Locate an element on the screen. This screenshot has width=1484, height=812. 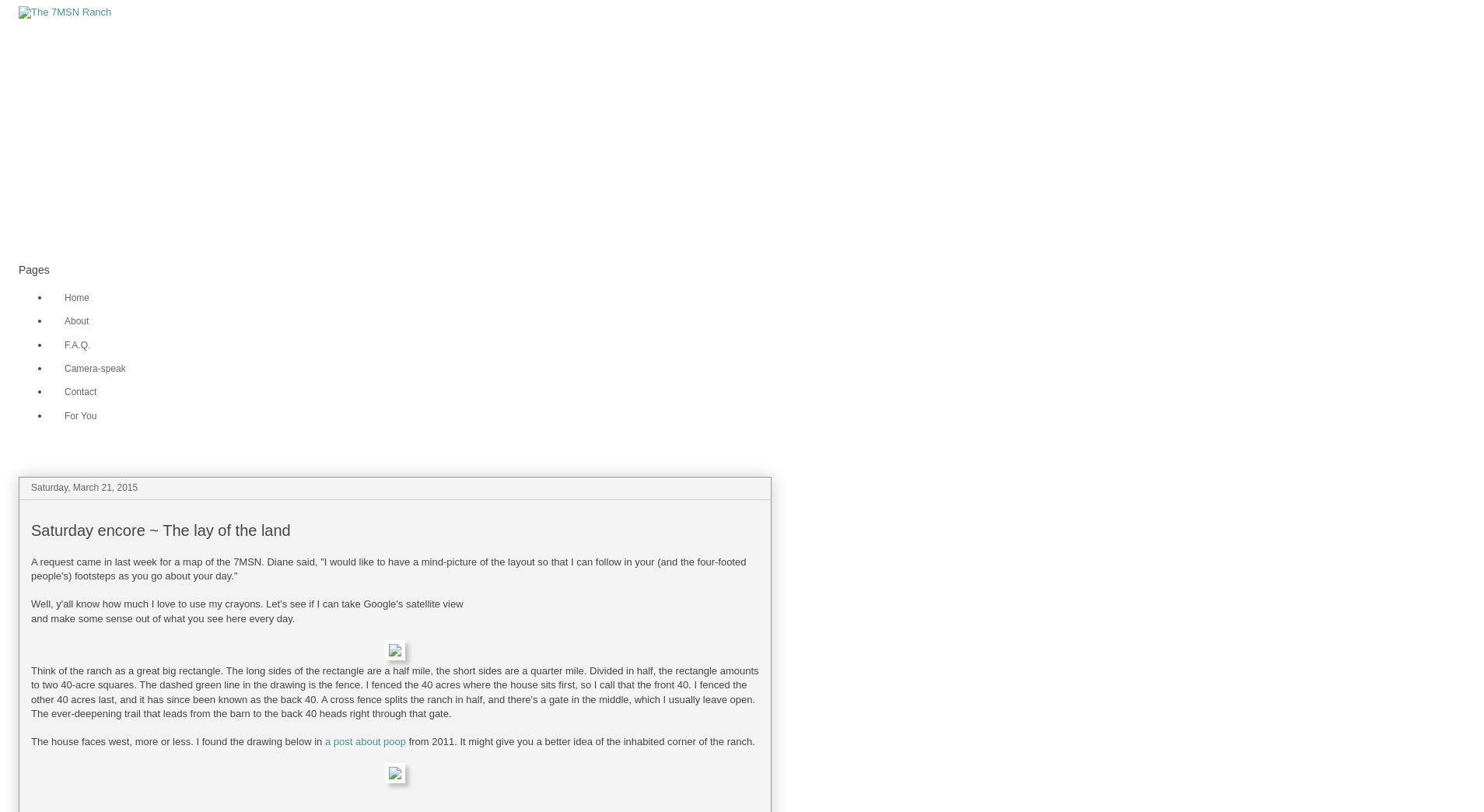
'from 2011. It might give you a better idea of the inhabited corner of the ranch.' is located at coordinates (580, 740).